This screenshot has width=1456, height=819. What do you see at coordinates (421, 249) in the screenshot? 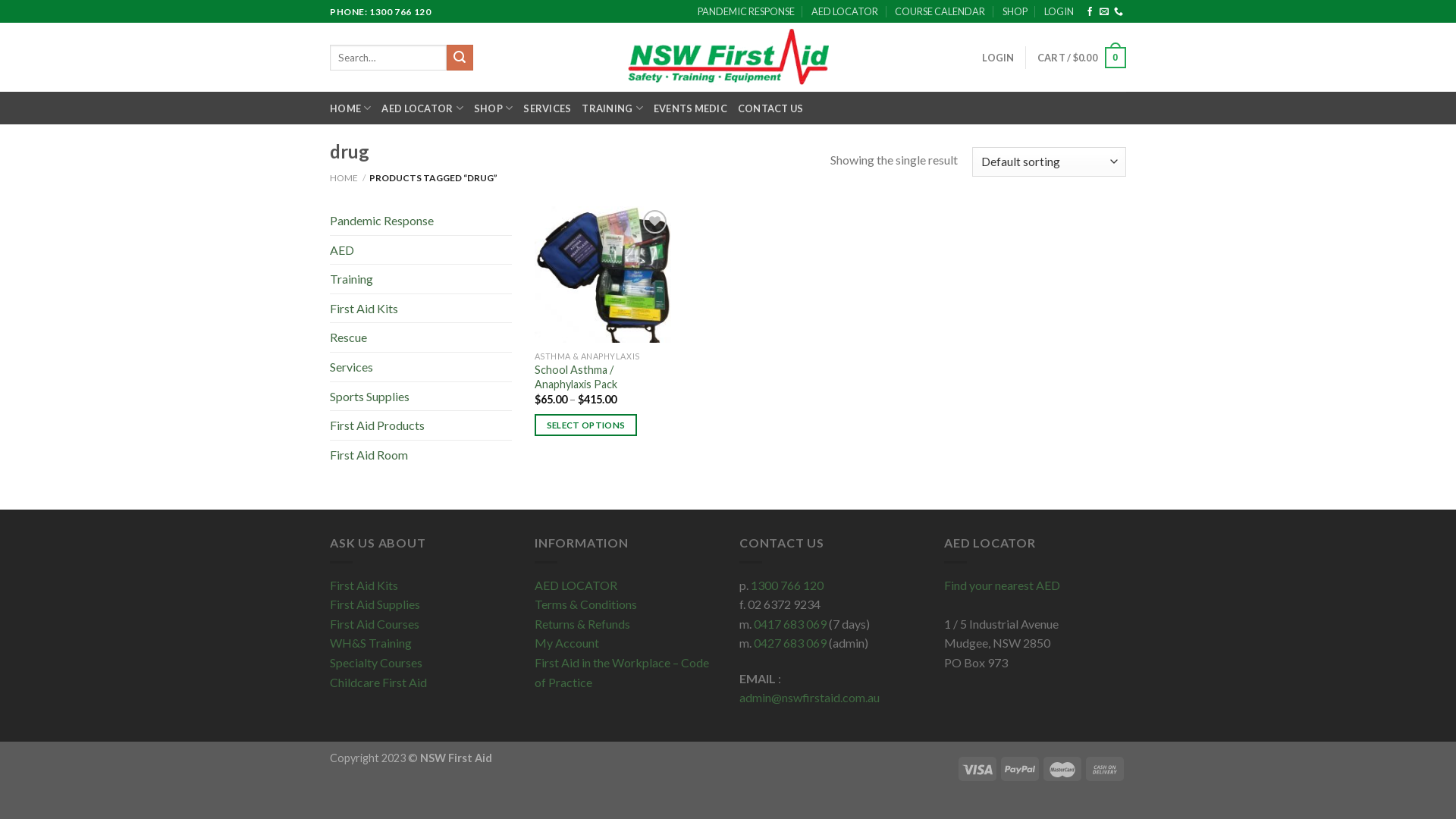
I see `'AED'` at bounding box center [421, 249].